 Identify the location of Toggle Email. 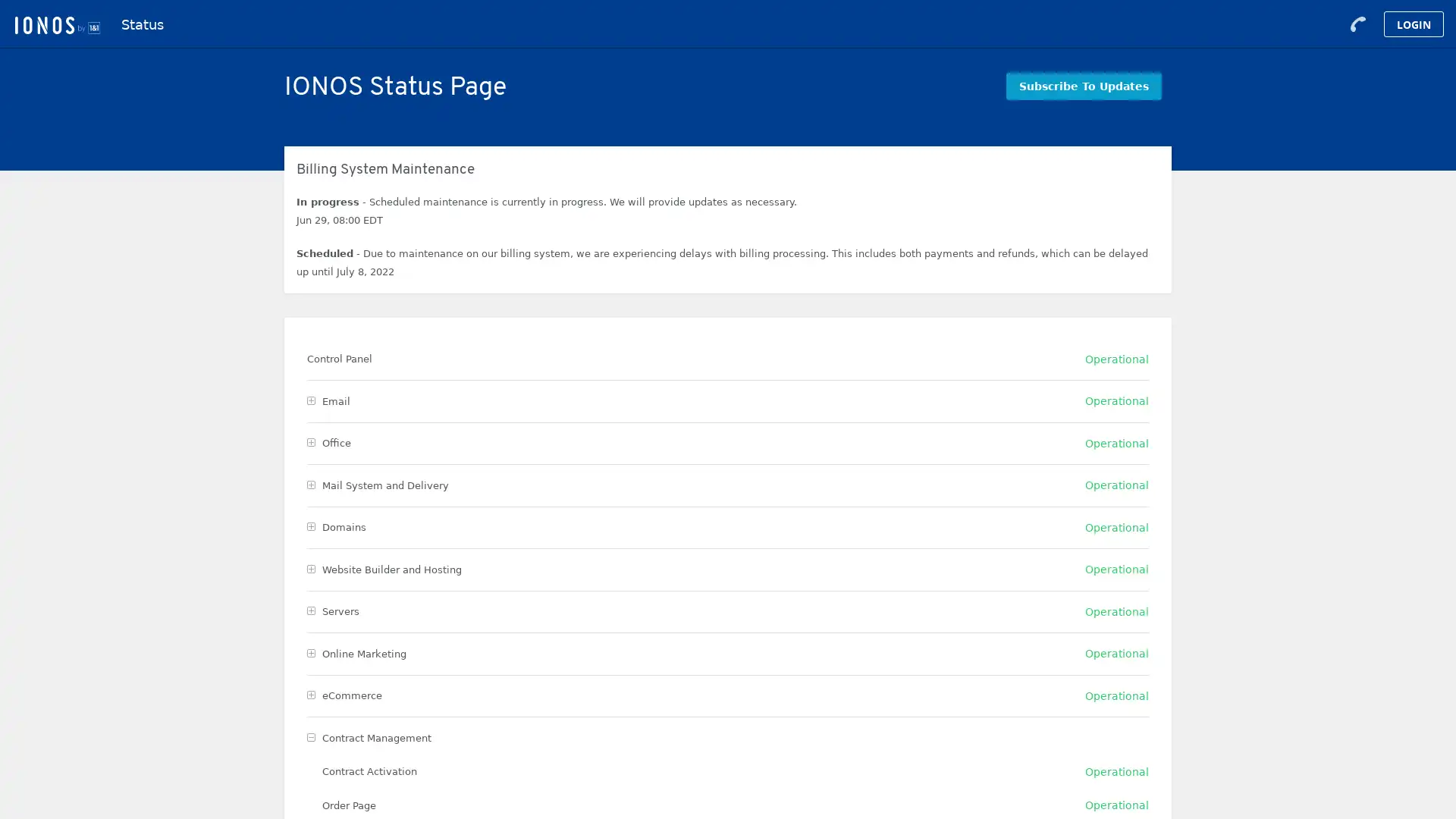
(310, 400).